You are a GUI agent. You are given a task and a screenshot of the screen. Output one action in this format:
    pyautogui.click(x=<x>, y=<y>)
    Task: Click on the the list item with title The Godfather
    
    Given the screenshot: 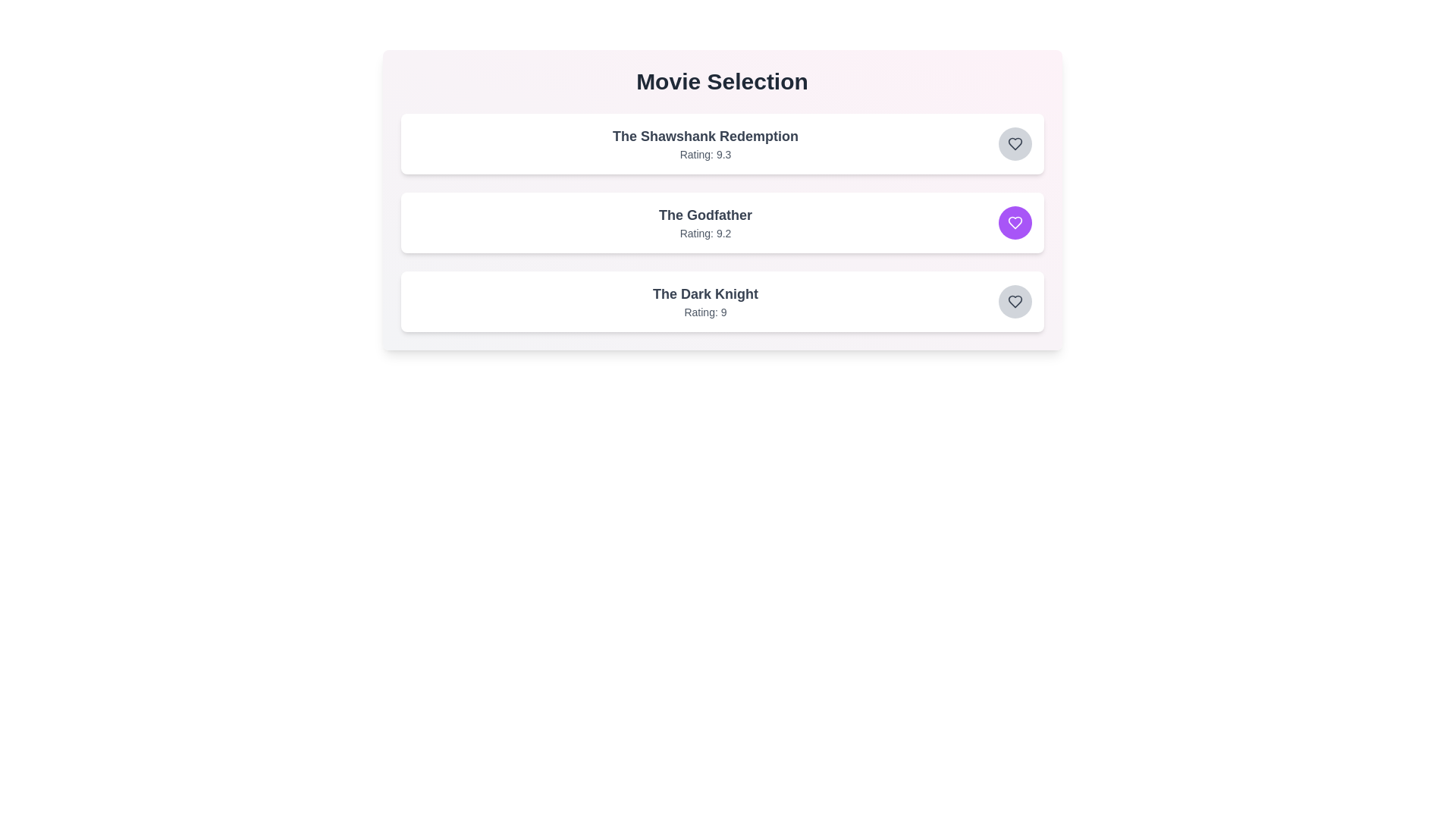 What is the action you would take?
    pyautogui.click(x=704, y=215)
    